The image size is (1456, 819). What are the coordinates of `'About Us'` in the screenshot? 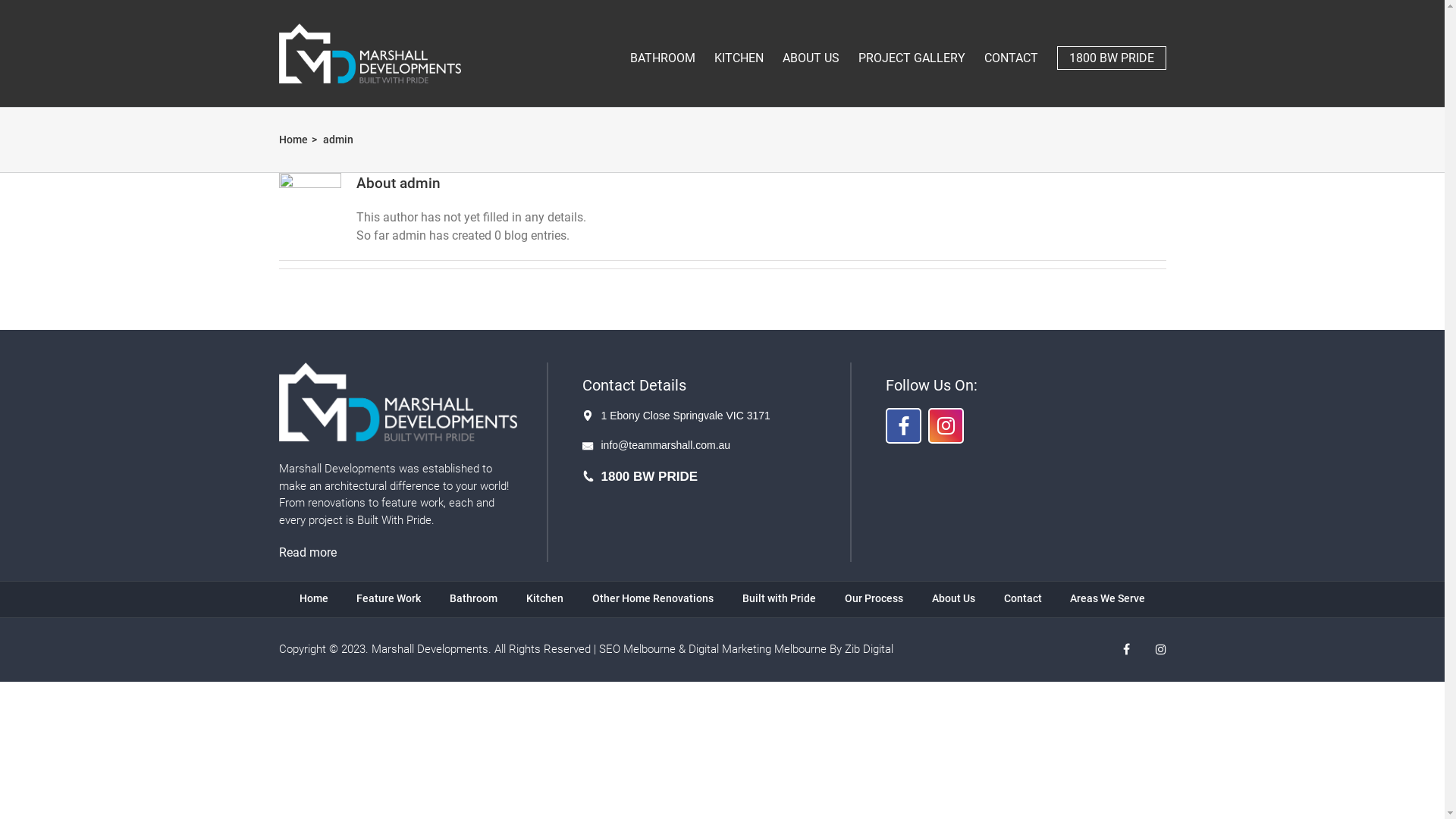 It's located at (952, 598).